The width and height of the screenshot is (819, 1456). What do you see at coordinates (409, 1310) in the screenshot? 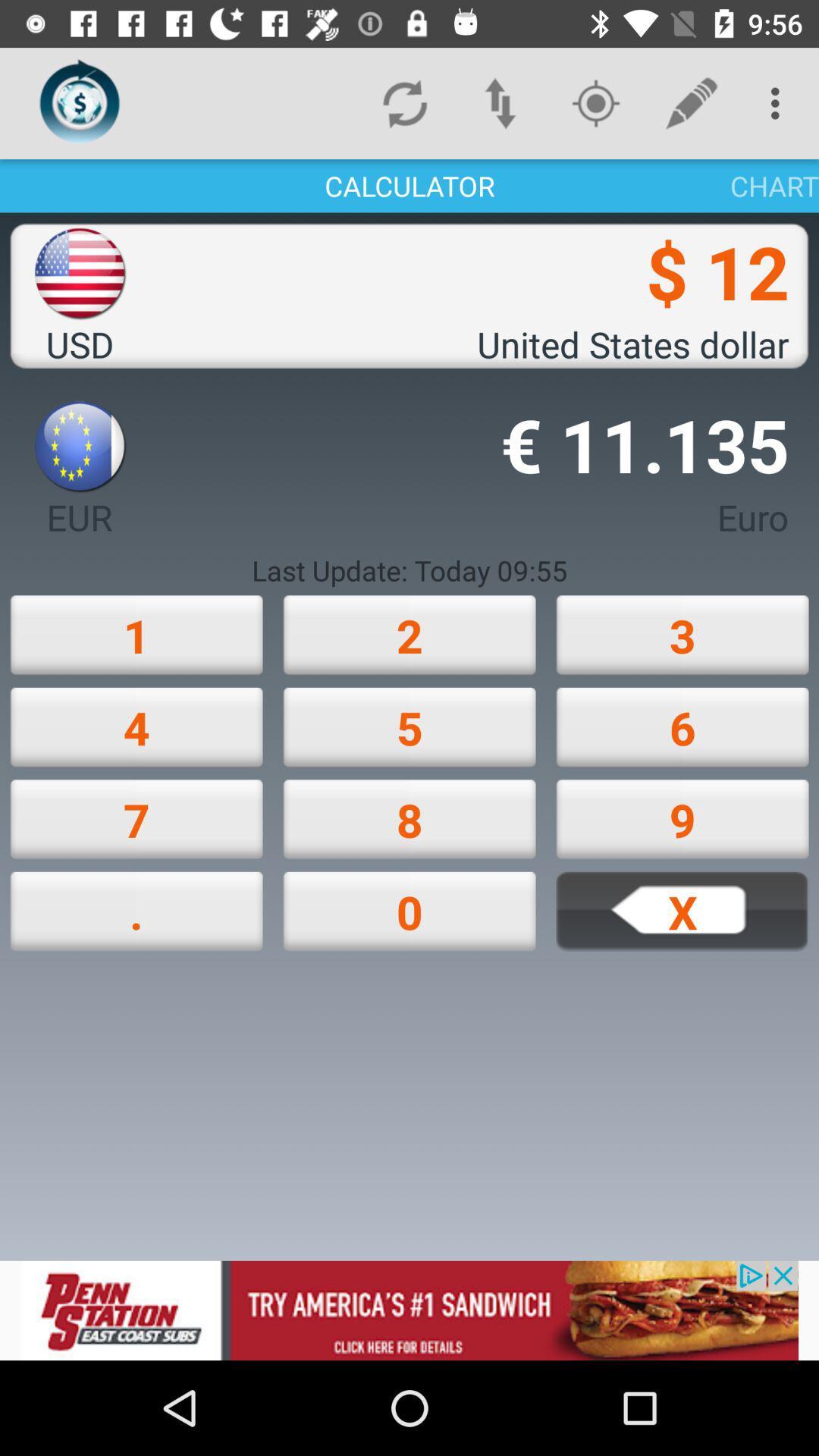
I see `the advertisement` at bounding box center [409, 1310].